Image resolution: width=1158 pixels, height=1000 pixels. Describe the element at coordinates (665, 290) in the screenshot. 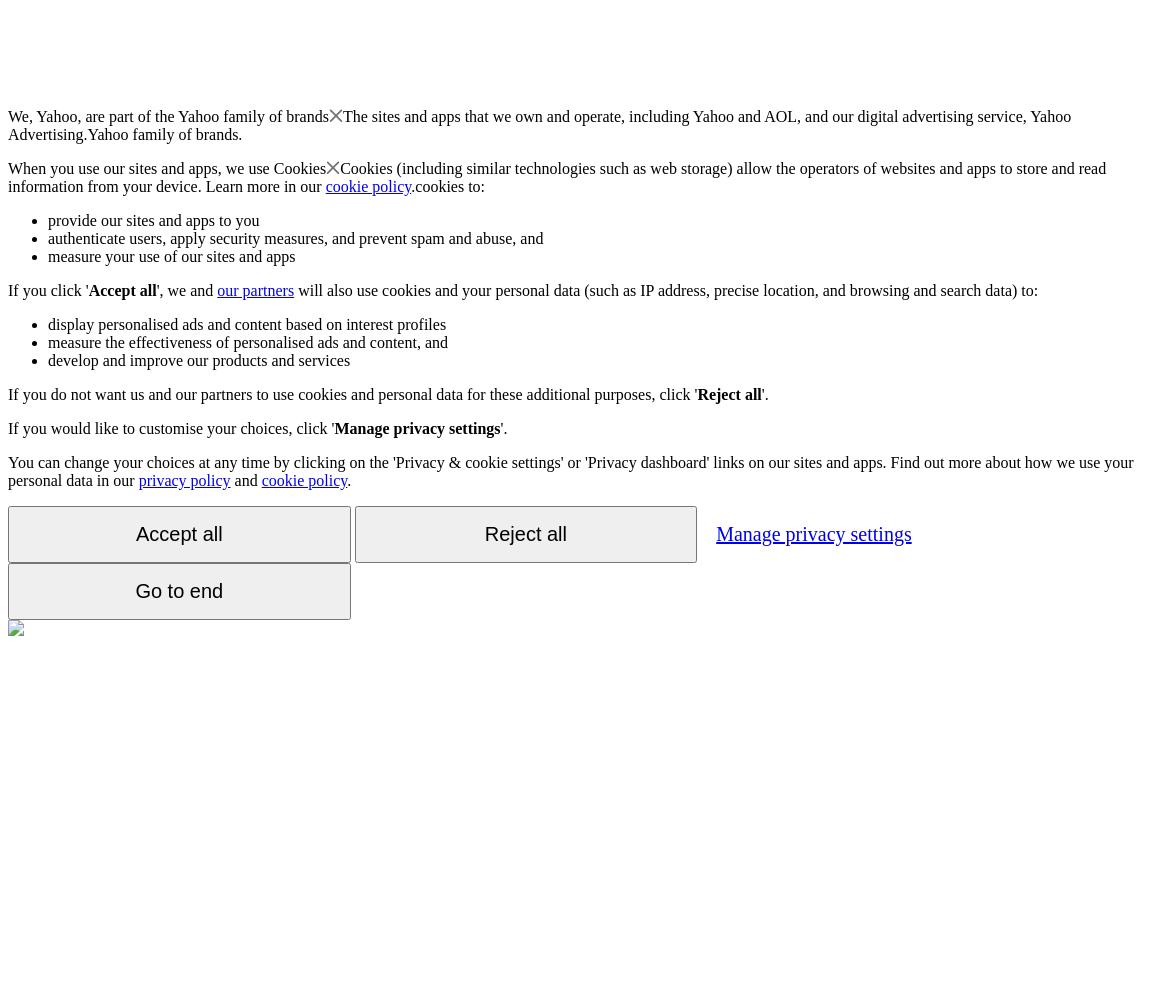

I see `'will also use cookies and your personal data (such as IP address, precise location, and browsing and search data) to:'` at that location.